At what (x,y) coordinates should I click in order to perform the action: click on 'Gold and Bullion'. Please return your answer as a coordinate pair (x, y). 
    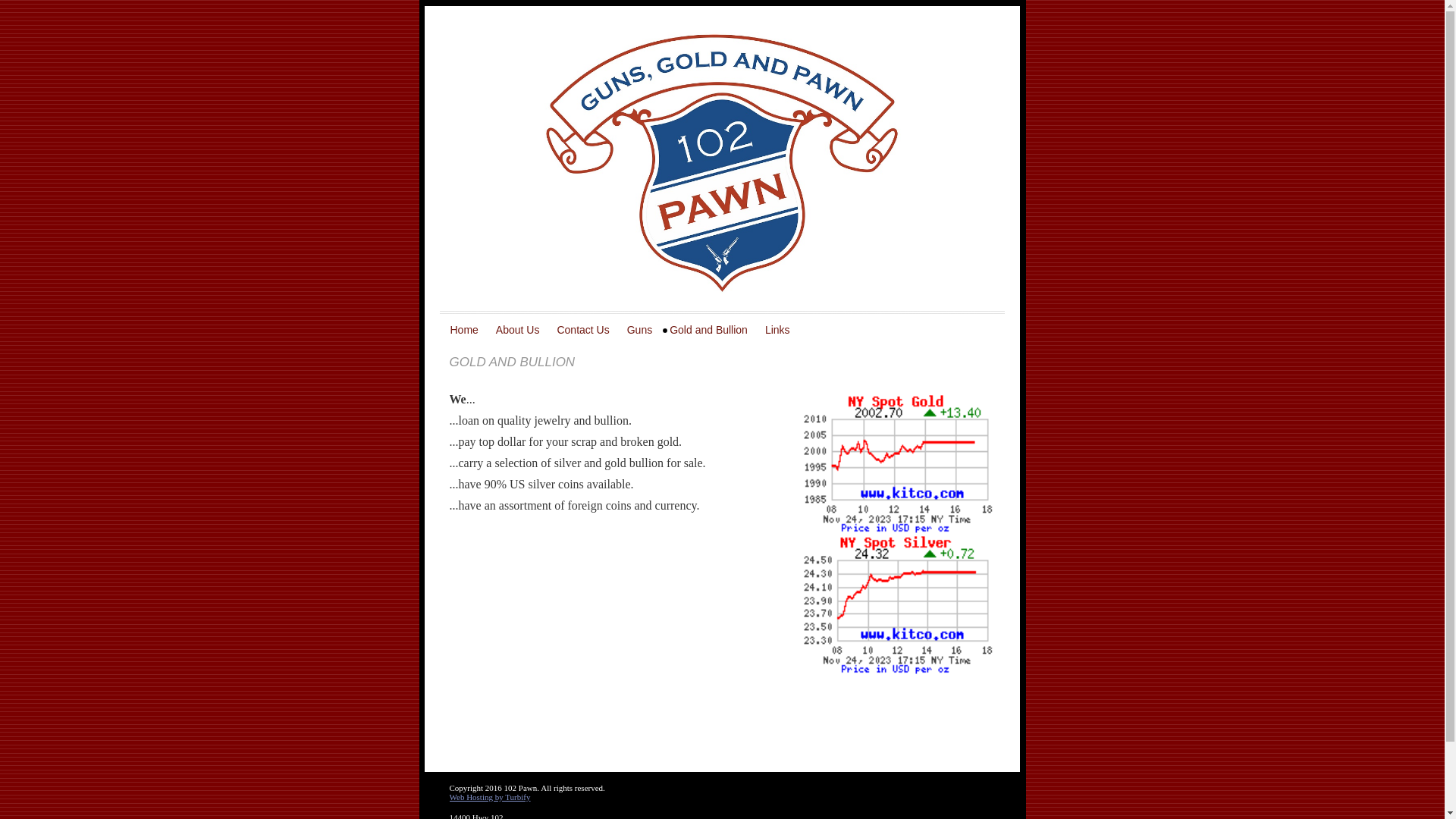
    Looking at the image, I should click on (662, 329).